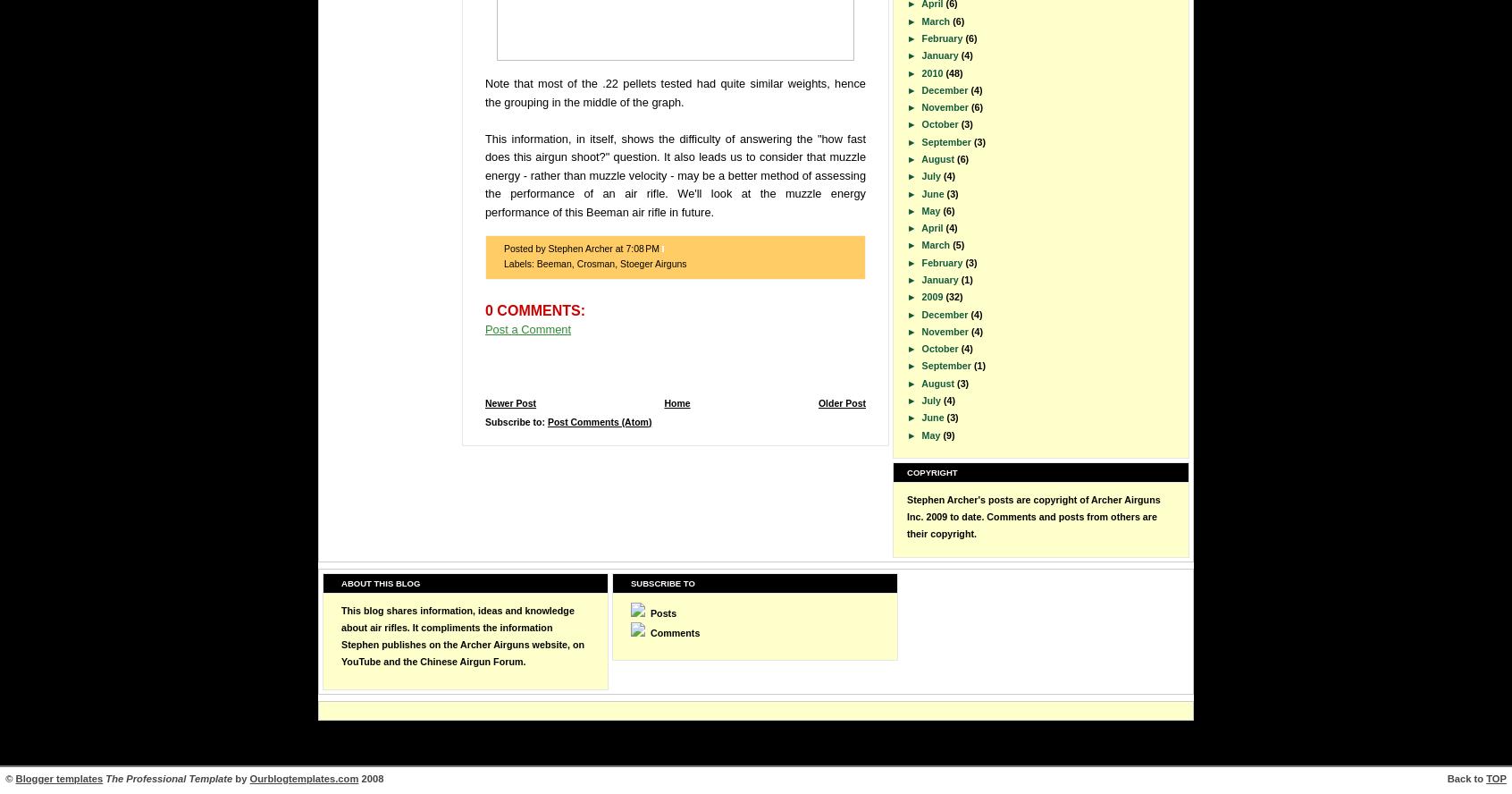 This screenshot has height=794, width=1512. Describe the element at coordinates (57, 776) in the screenshot. I see `'Blogger templates'` at that location.